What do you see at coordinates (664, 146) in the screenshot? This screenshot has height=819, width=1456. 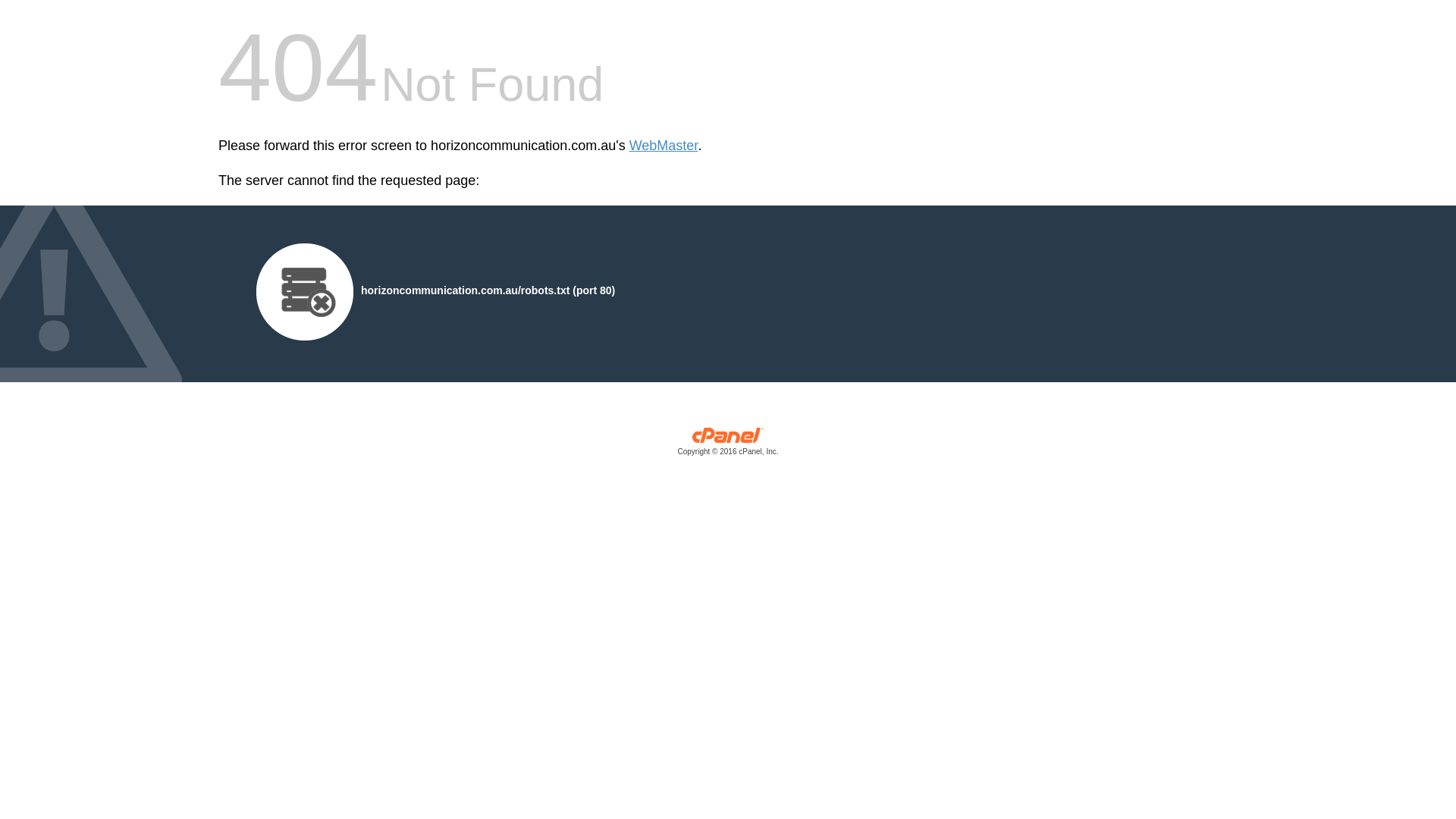 I see `'WebMaster'` at bounding box center [664, 146].